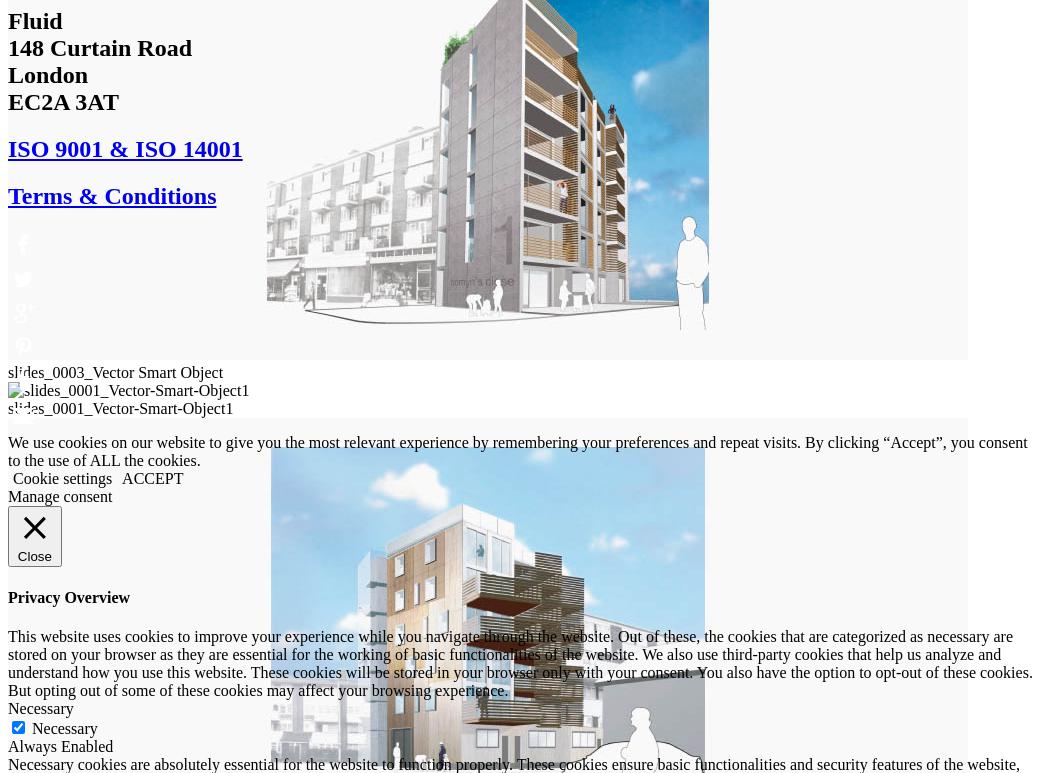 Image resolution: width=1050 pixels, height=773 pixels. What do you see at coordinates (34, 20) in the screenshot?
I see `'Fluid'` at bounding box center [34, 20].